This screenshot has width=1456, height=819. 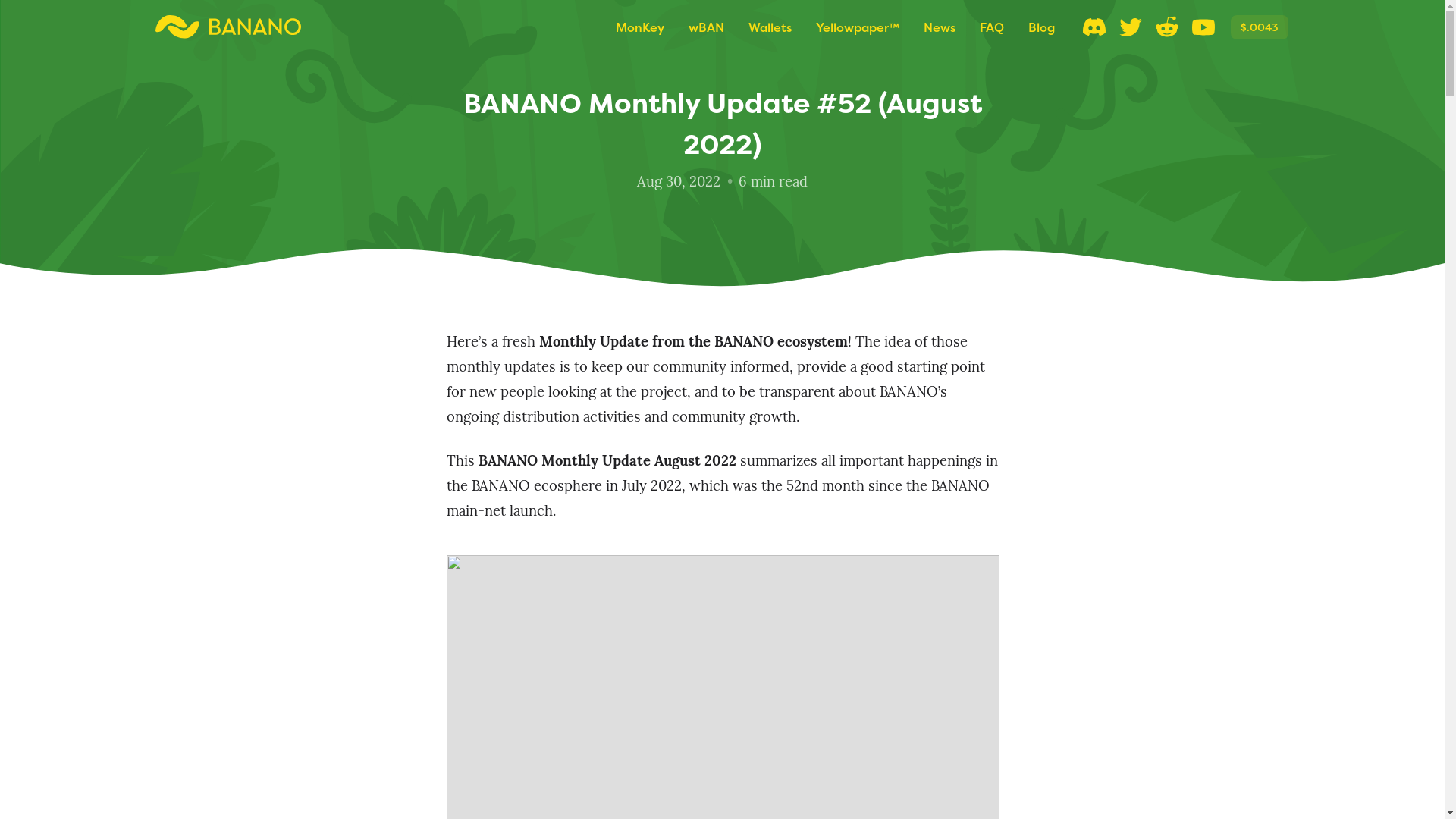 I want to click on 'Wallets', so click(x=769, y=27).